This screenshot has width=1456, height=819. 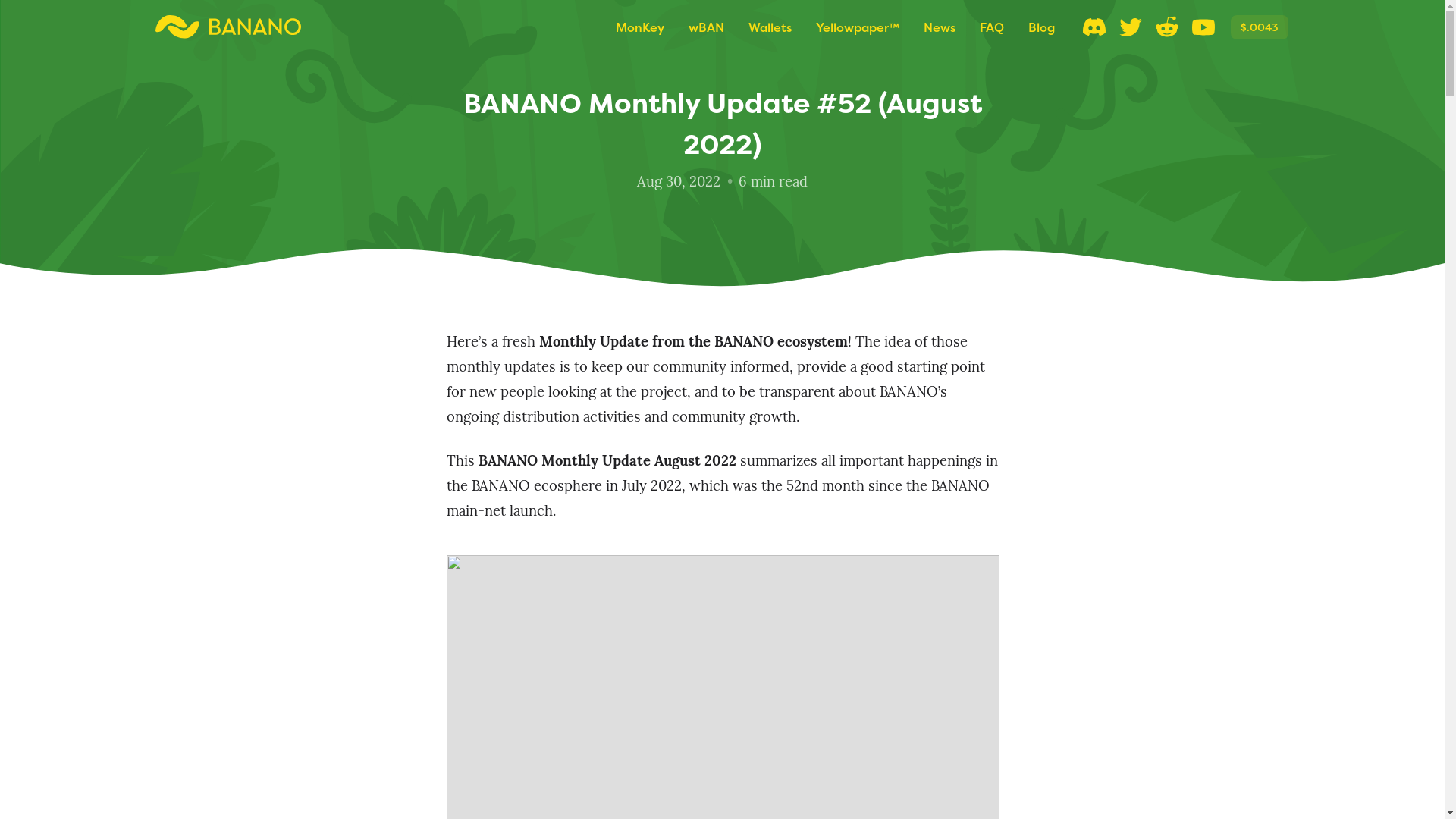 I want to click on 'Wallets', so click(x=769, y=27).